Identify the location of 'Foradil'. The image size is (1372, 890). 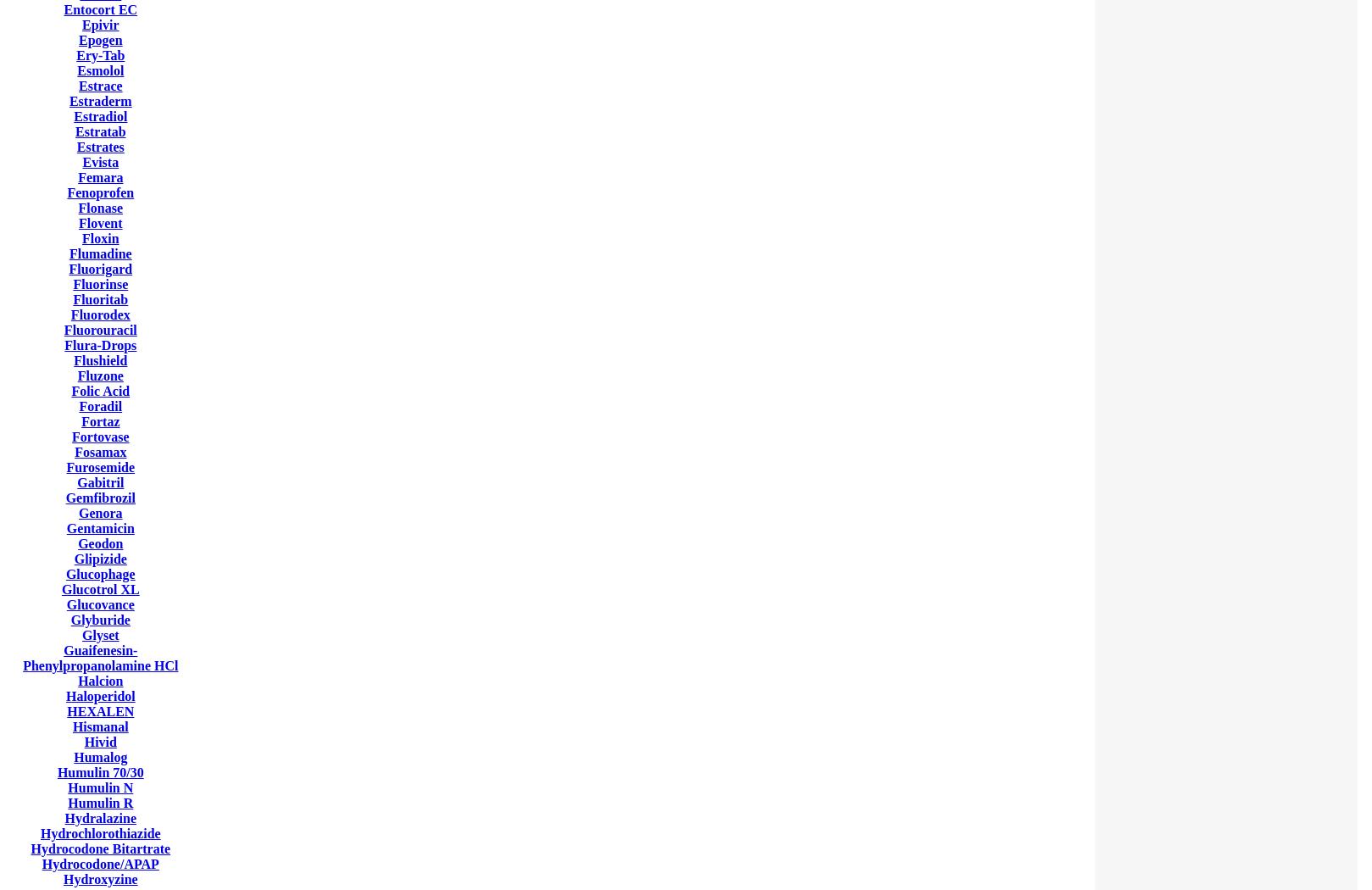
(100, 406).